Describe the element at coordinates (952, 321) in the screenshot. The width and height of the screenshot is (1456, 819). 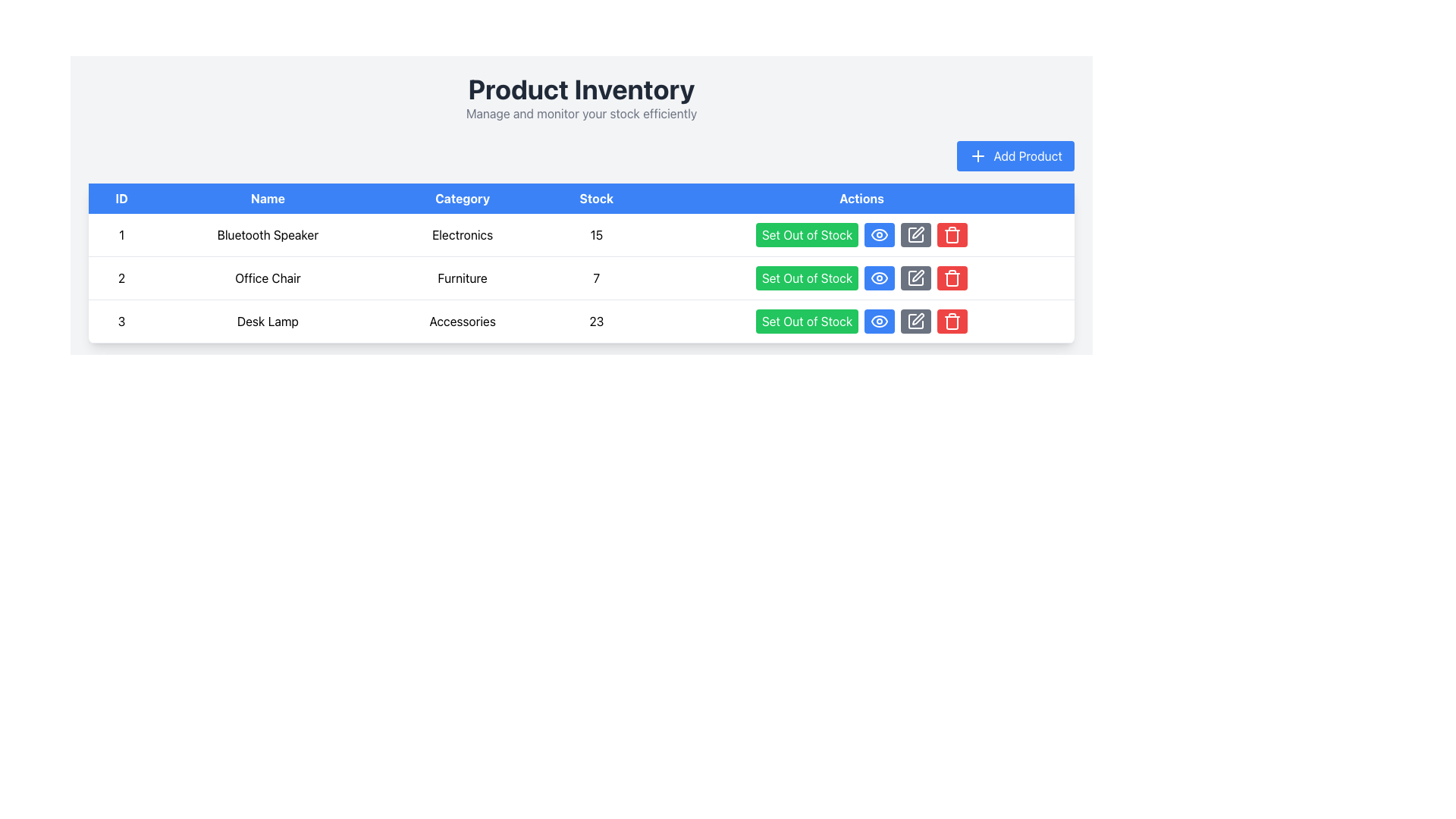
I see `the Trash icon button located in the third row of the Actions column` at that location.